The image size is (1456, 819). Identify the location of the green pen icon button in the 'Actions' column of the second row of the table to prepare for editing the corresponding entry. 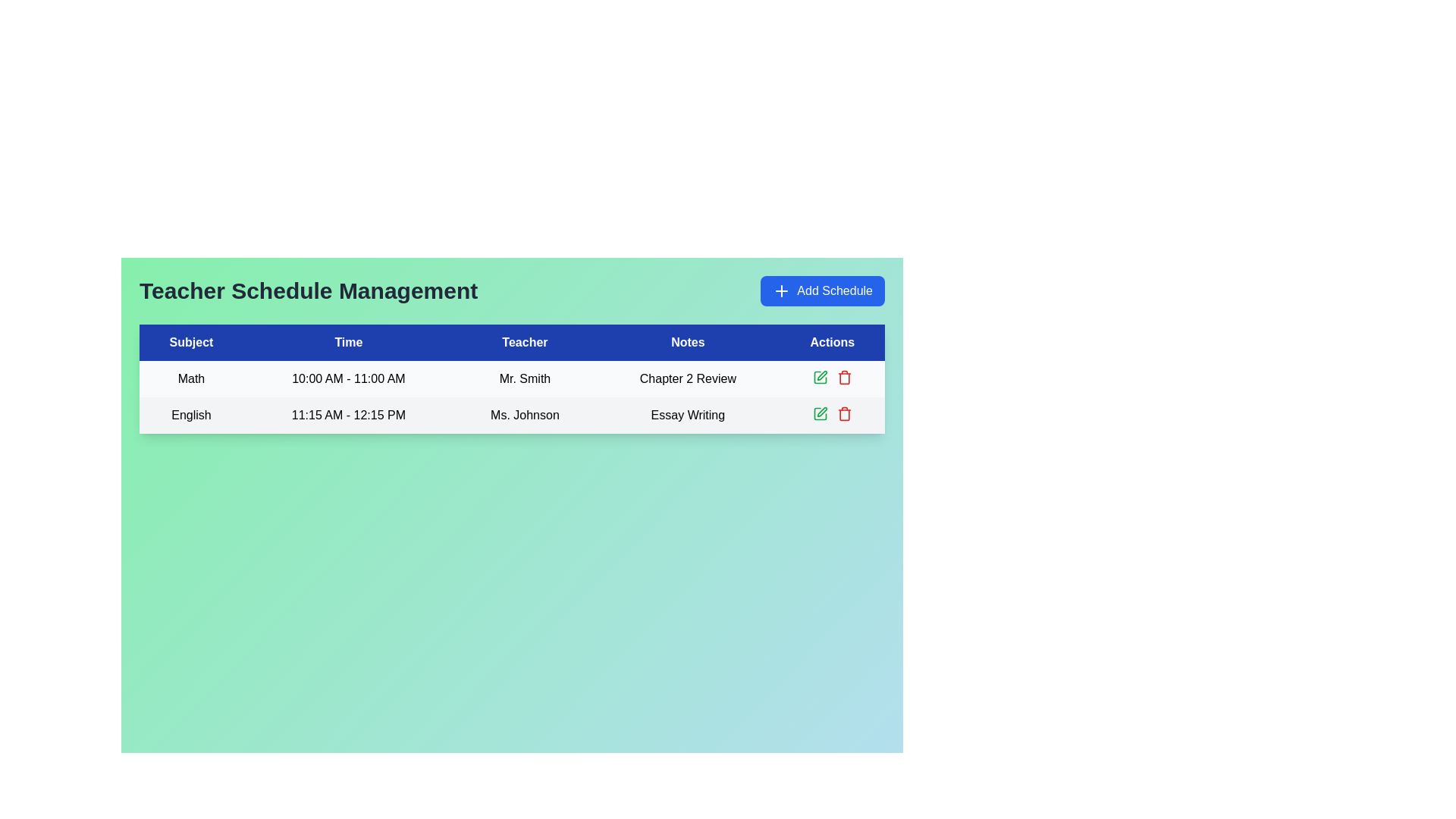
(819, 376).